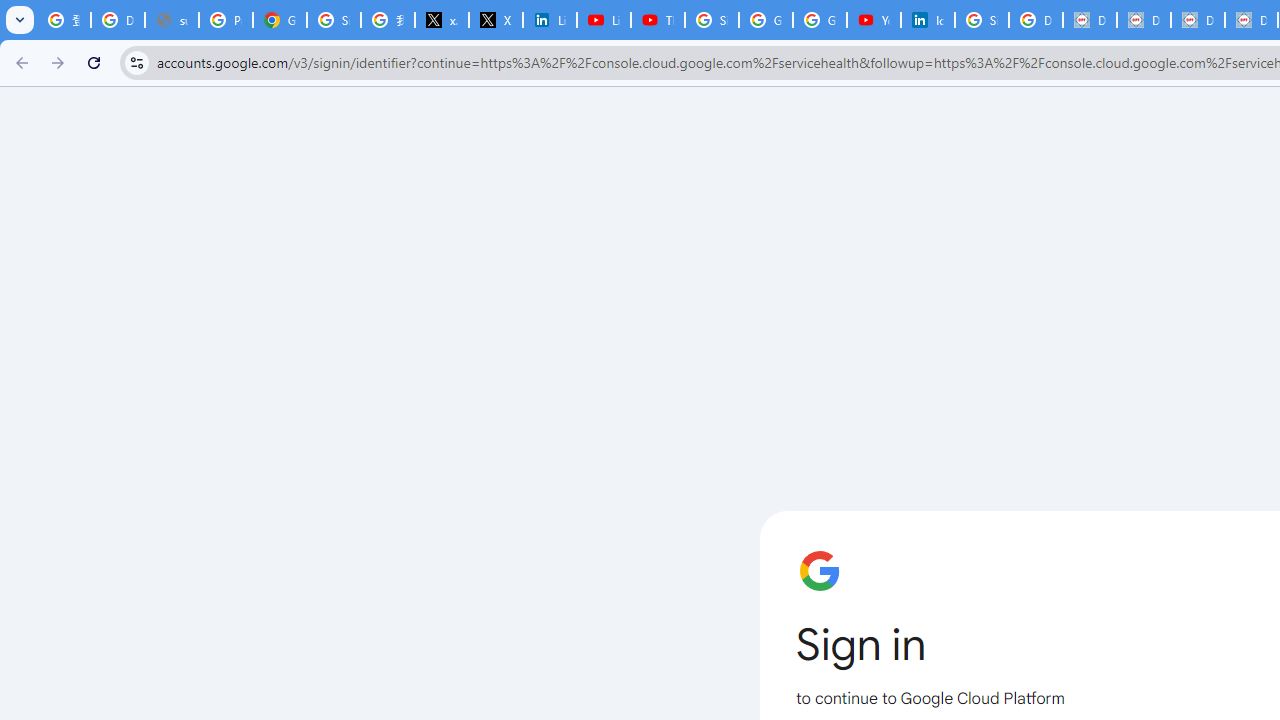  Describe the element at coordinates (603, 20) in the screenshot. I see `'LinkedIn - YouTube'` at that location.